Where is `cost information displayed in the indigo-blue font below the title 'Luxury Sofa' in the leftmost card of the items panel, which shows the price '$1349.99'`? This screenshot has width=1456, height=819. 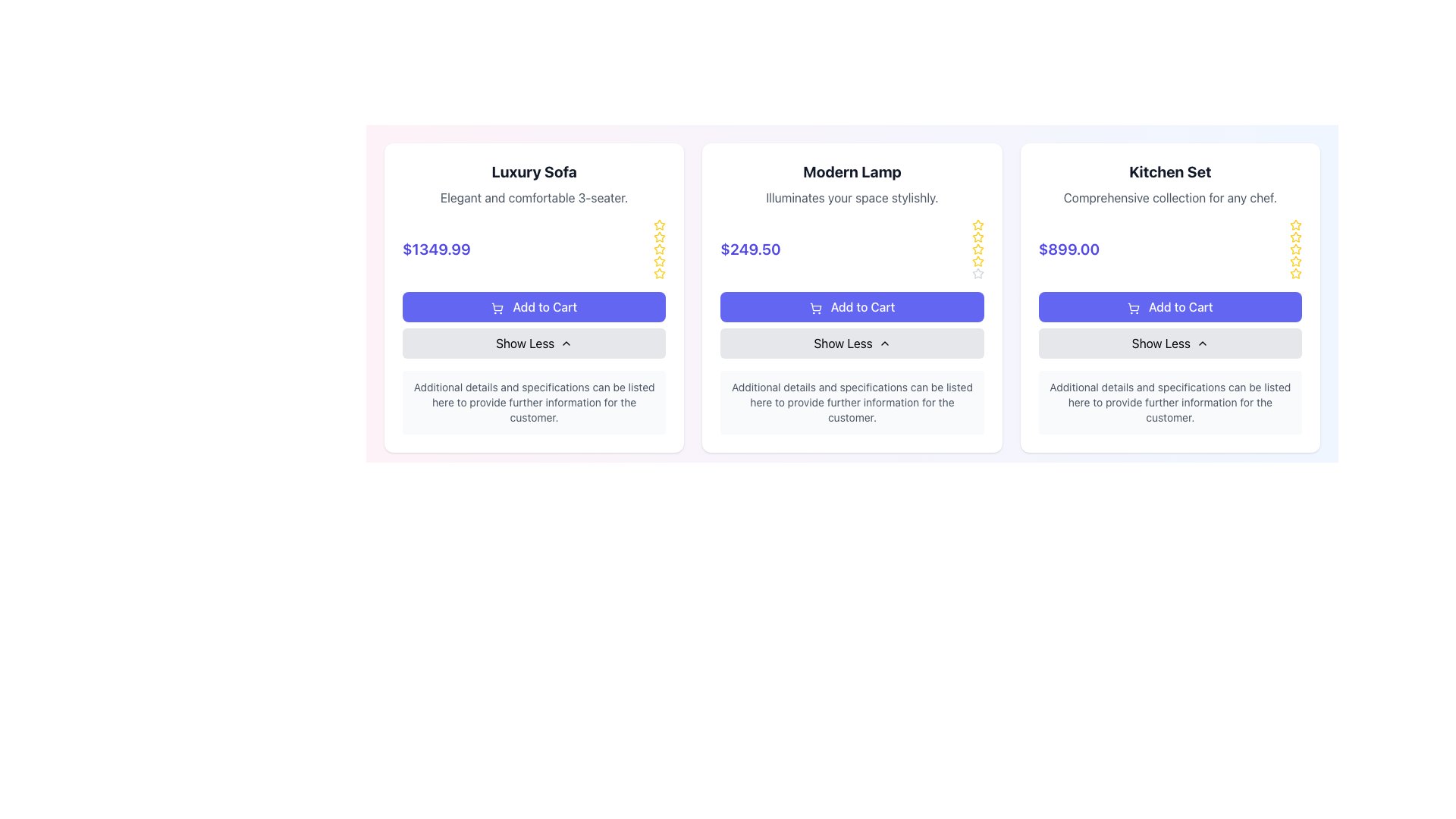
cost information displayed in the indigo-blue font below the title 'Luxury Sofa' in the leftmost card of the items panel, which shows the price '$1349.99' is located at coordinates (436, 248).